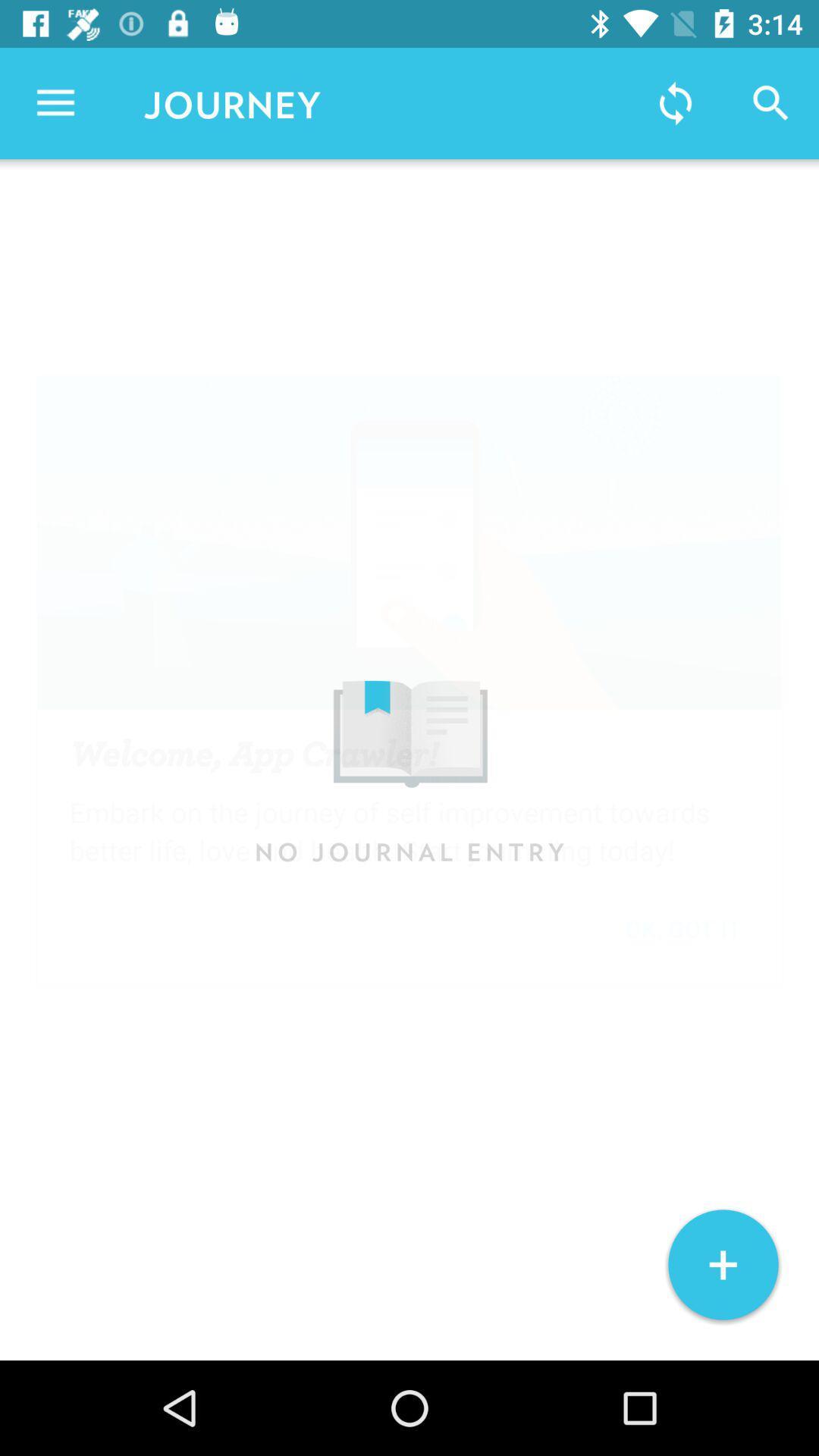 This screenshot has height=1456, width=819. What do you see at coordinates (722, 1265) in the screenshot?
I see `+ at the bottom right corner` at bounding box center [722, 1265].